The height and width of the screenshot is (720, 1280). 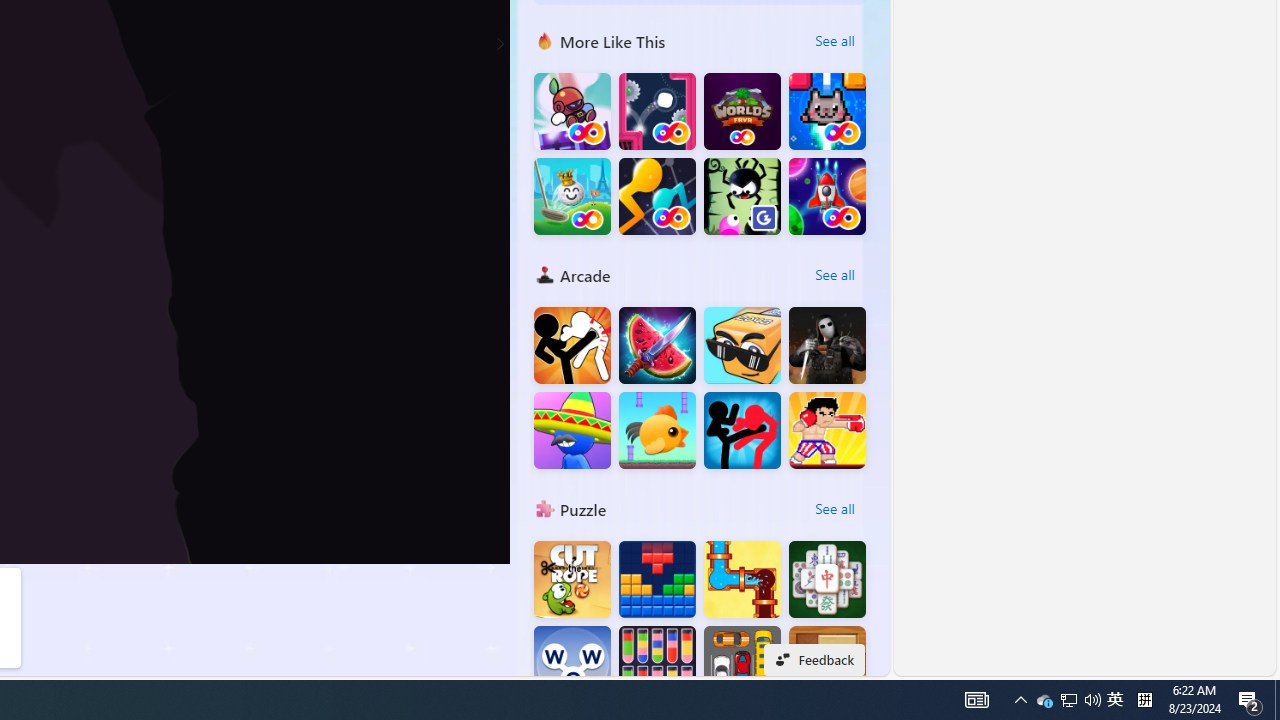 I want to click on 'Boxing fighter : Super punch', so click(x=827, y=429).